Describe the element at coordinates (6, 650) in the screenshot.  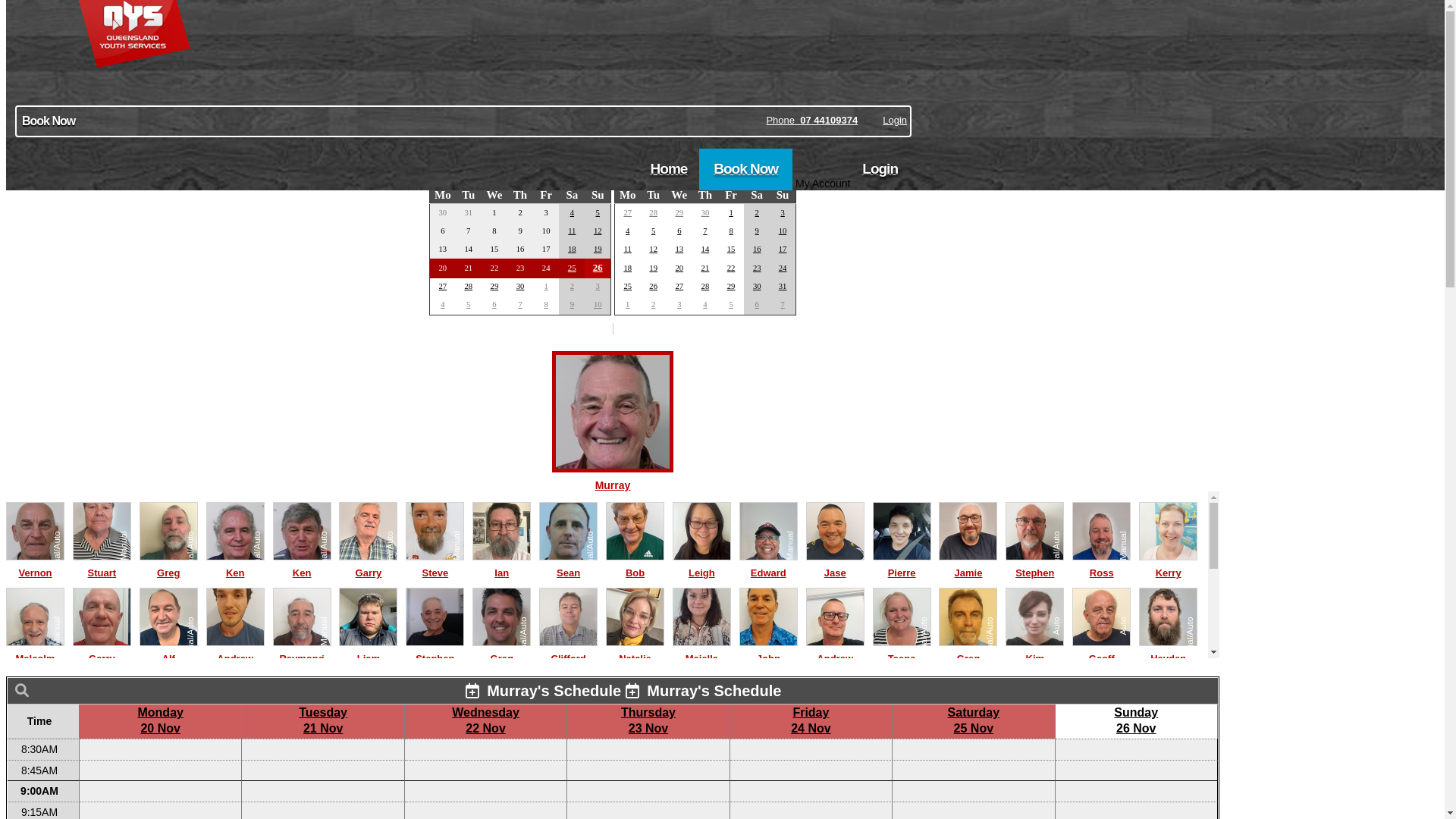
I see `'Malcolm` at that location.